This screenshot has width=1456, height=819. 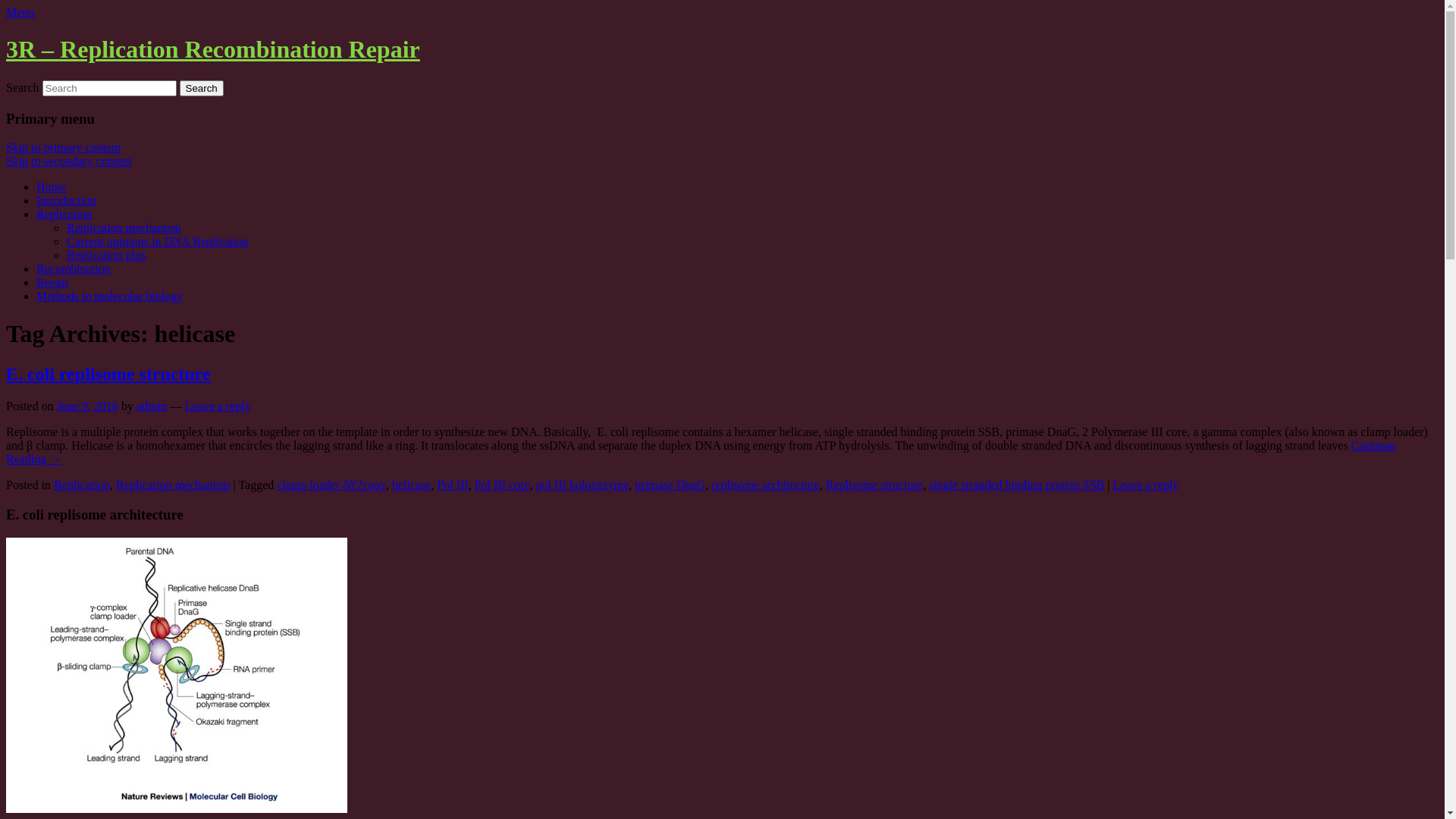 What do you see at coordinates (152, 405) in the screenshot?
I see `'admin'` at bounding box center [152, 405].